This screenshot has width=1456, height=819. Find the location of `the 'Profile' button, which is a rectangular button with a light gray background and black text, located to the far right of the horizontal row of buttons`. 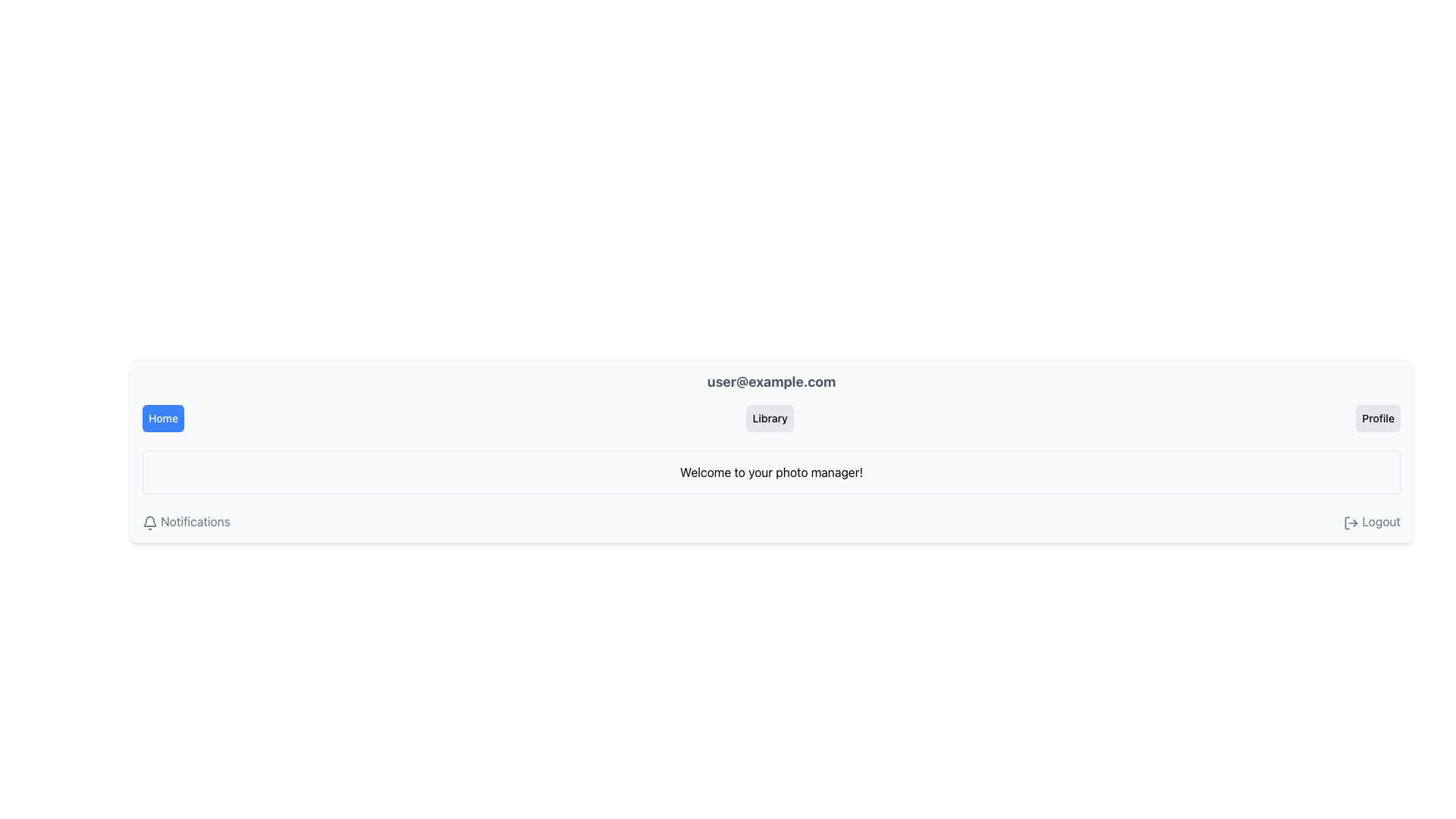

the 'Profile' button, which is a rectangular button with a light gray background and black text, located to the far right of the horizontal row of buttons is located at coordinates (1378, 418).